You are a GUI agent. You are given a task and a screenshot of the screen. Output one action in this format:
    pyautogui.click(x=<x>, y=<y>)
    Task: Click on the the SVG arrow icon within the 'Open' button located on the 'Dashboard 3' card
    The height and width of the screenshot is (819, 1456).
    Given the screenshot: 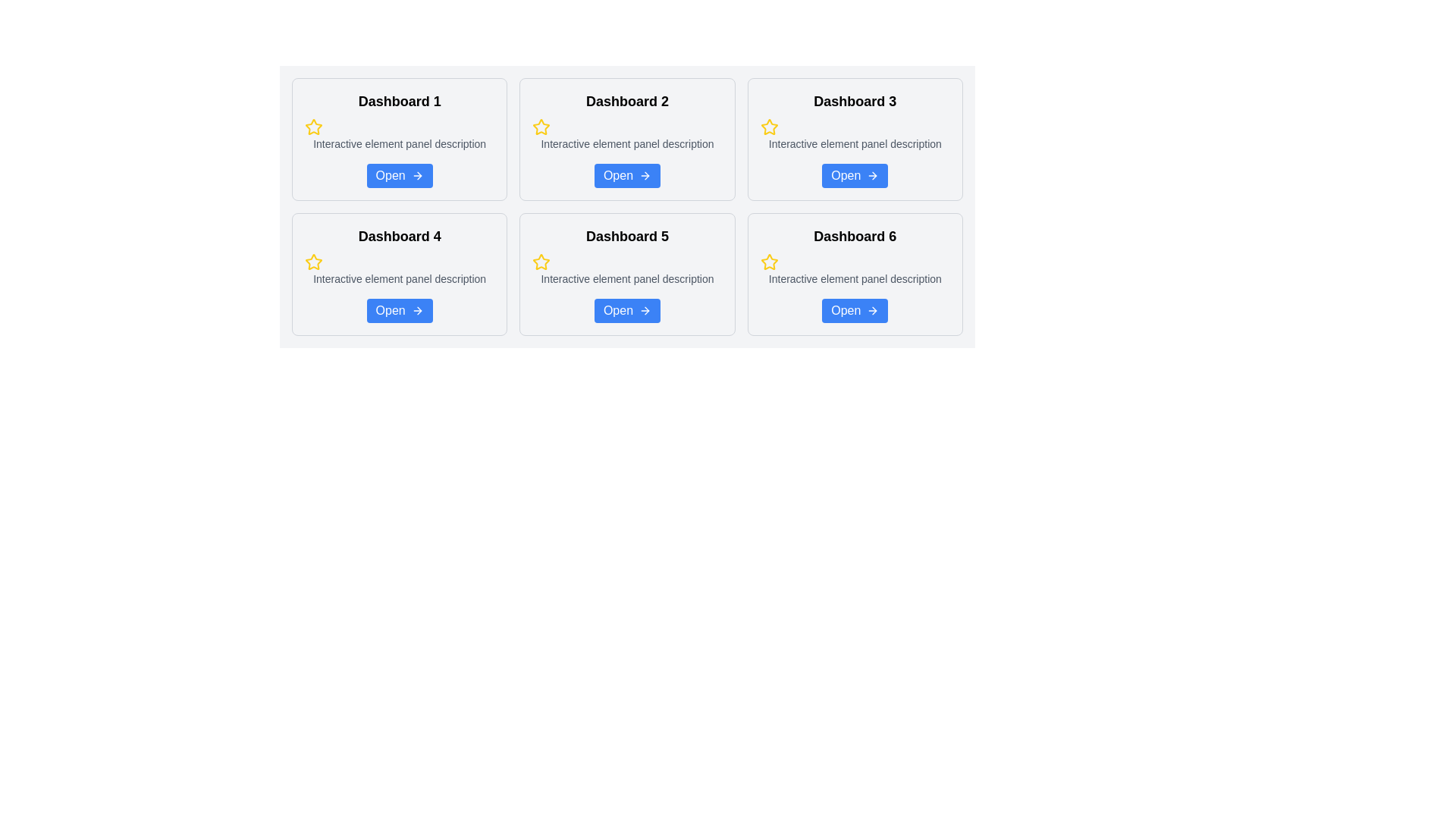 What is the action you would take?
    pyautogui.click(x=874, y=174)
    